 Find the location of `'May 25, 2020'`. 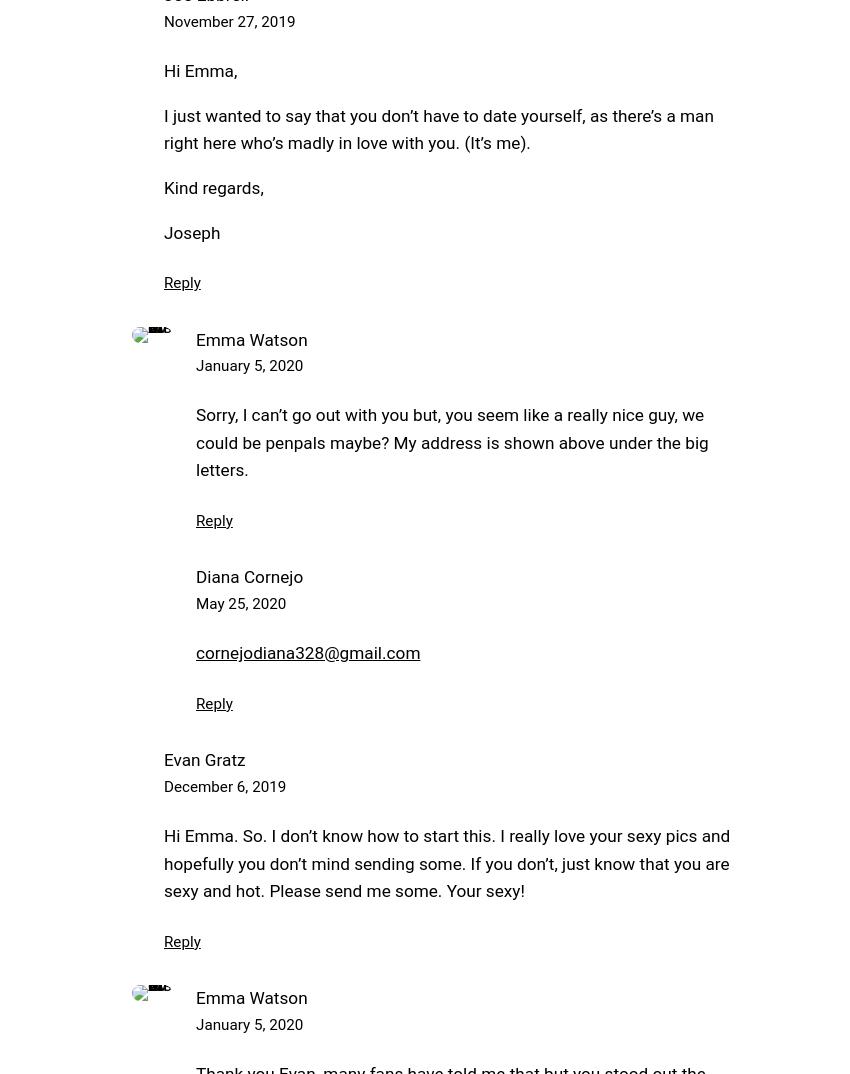

'May 25, 2020' is located at coordinates (240, 603).